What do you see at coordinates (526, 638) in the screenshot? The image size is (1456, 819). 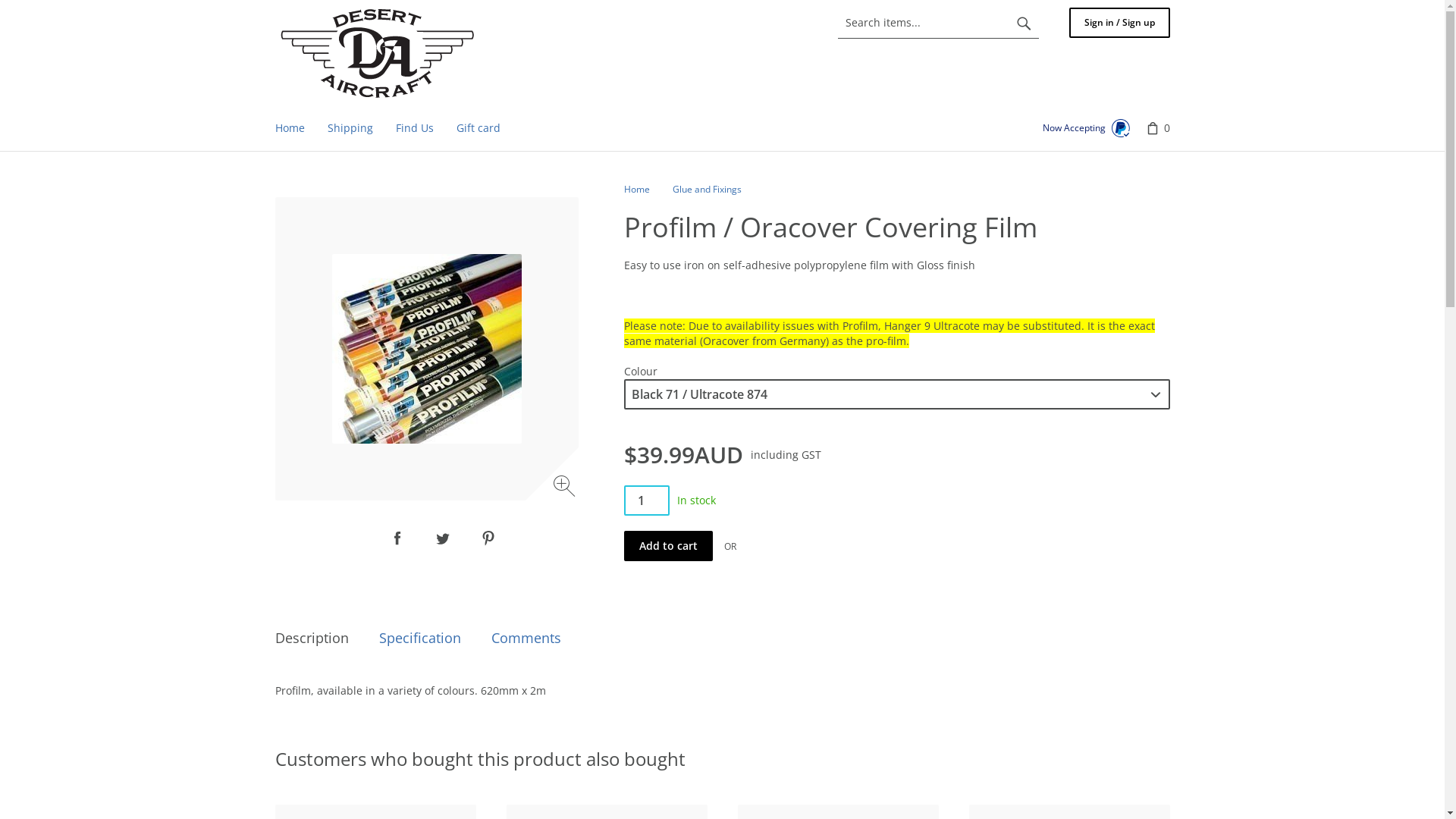 I see `'Comments'` at bounding box center [526, 638].